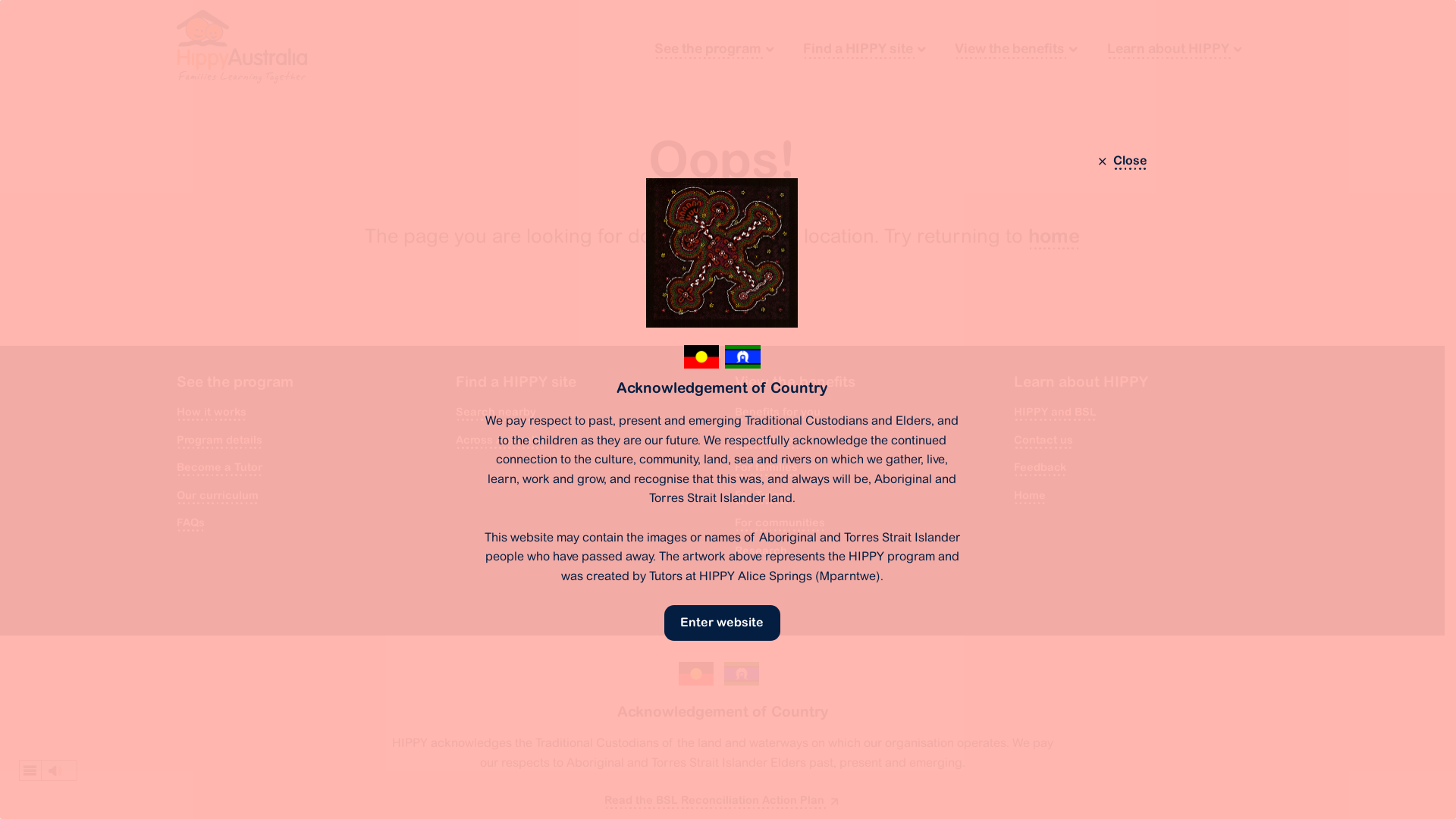 The width and height of the screenshot is (1456, 819). What do you see at coordinates (720, 800) in the screenshot?
I see `'Read the BSL Reconciliation Action Plan'` at bounding box center [720, 800].